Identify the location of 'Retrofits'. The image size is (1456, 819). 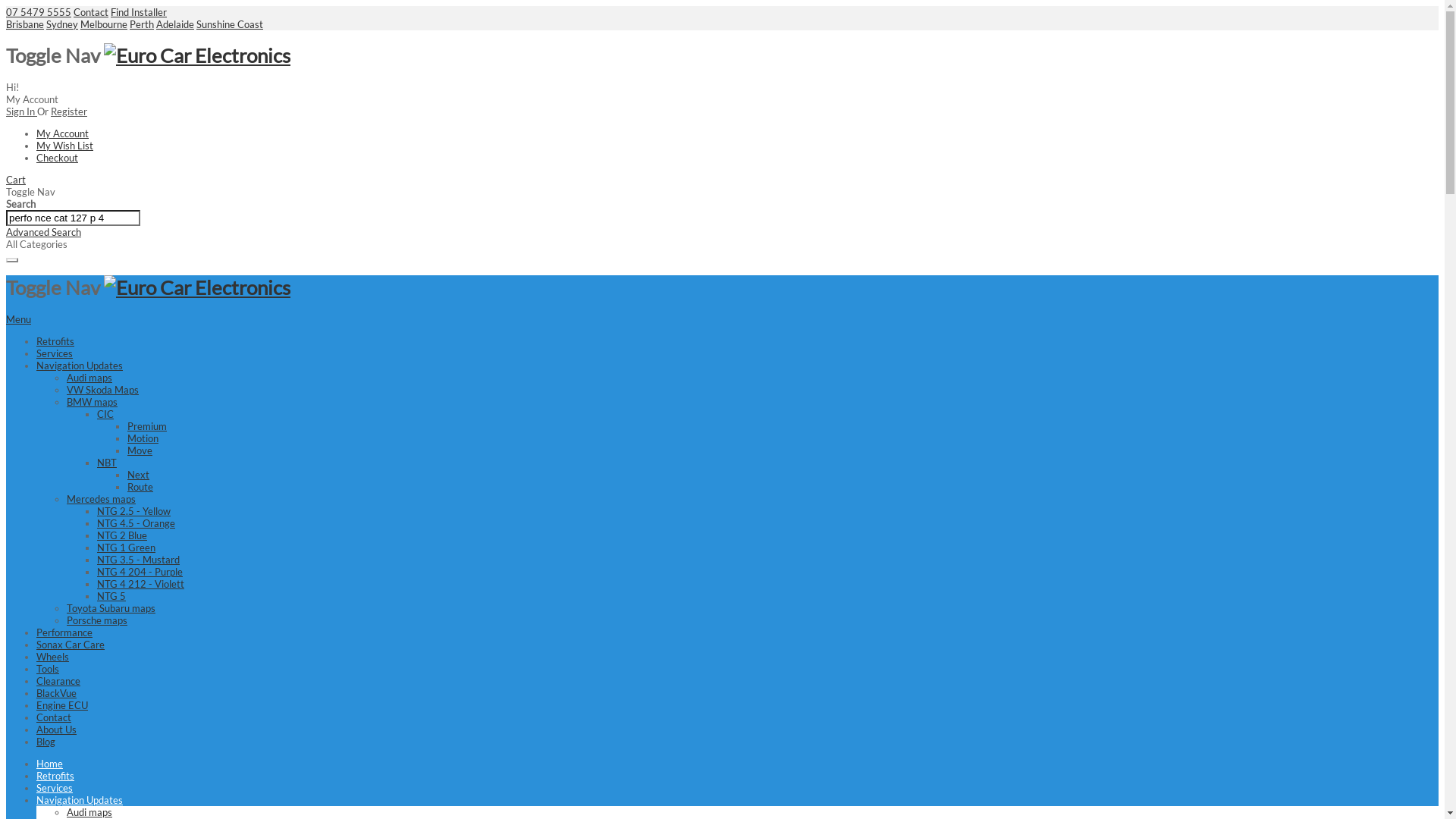
(55, 341).